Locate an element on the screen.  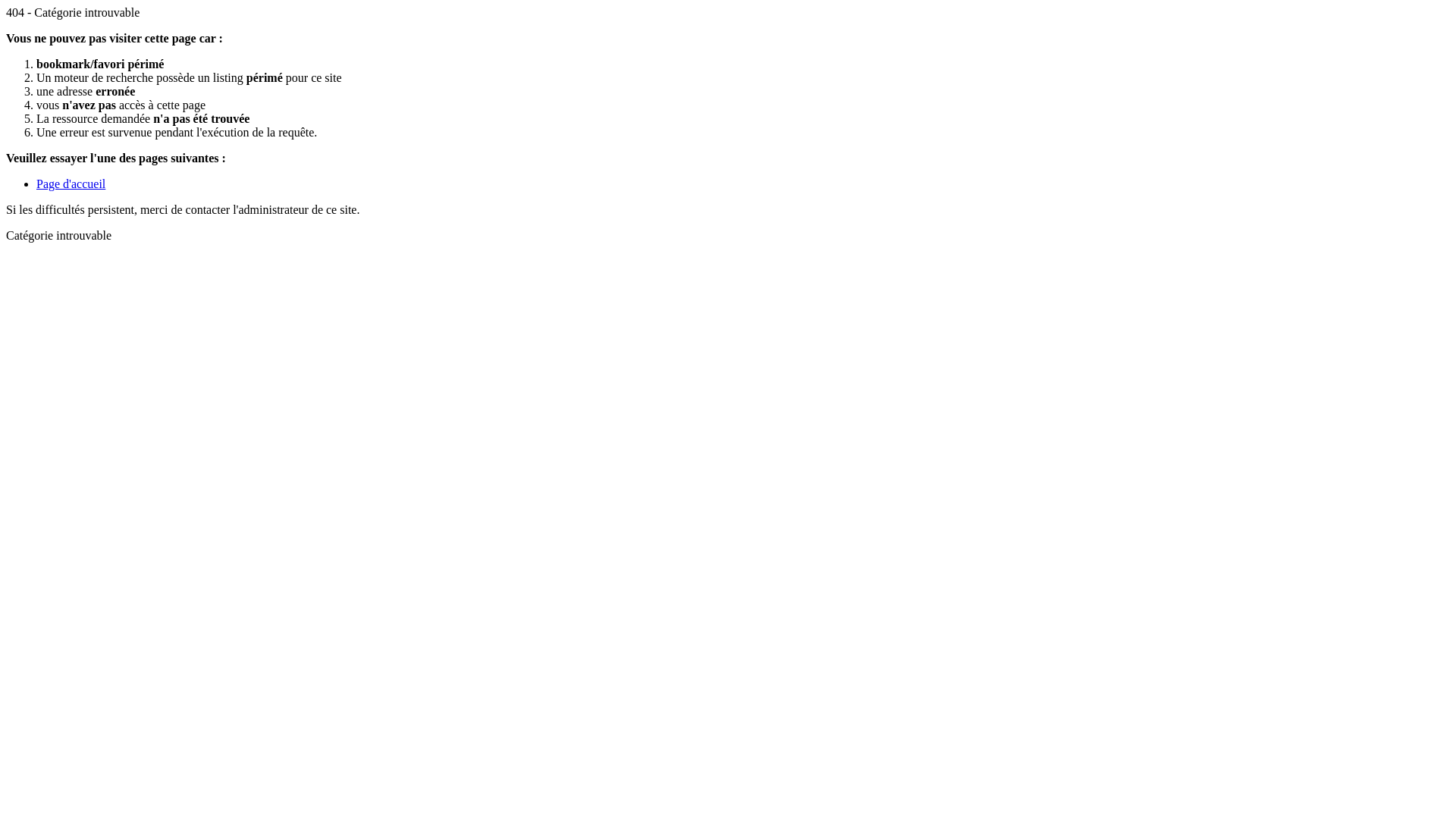
'Page d'accueil' is located at coordinates (70, 183).